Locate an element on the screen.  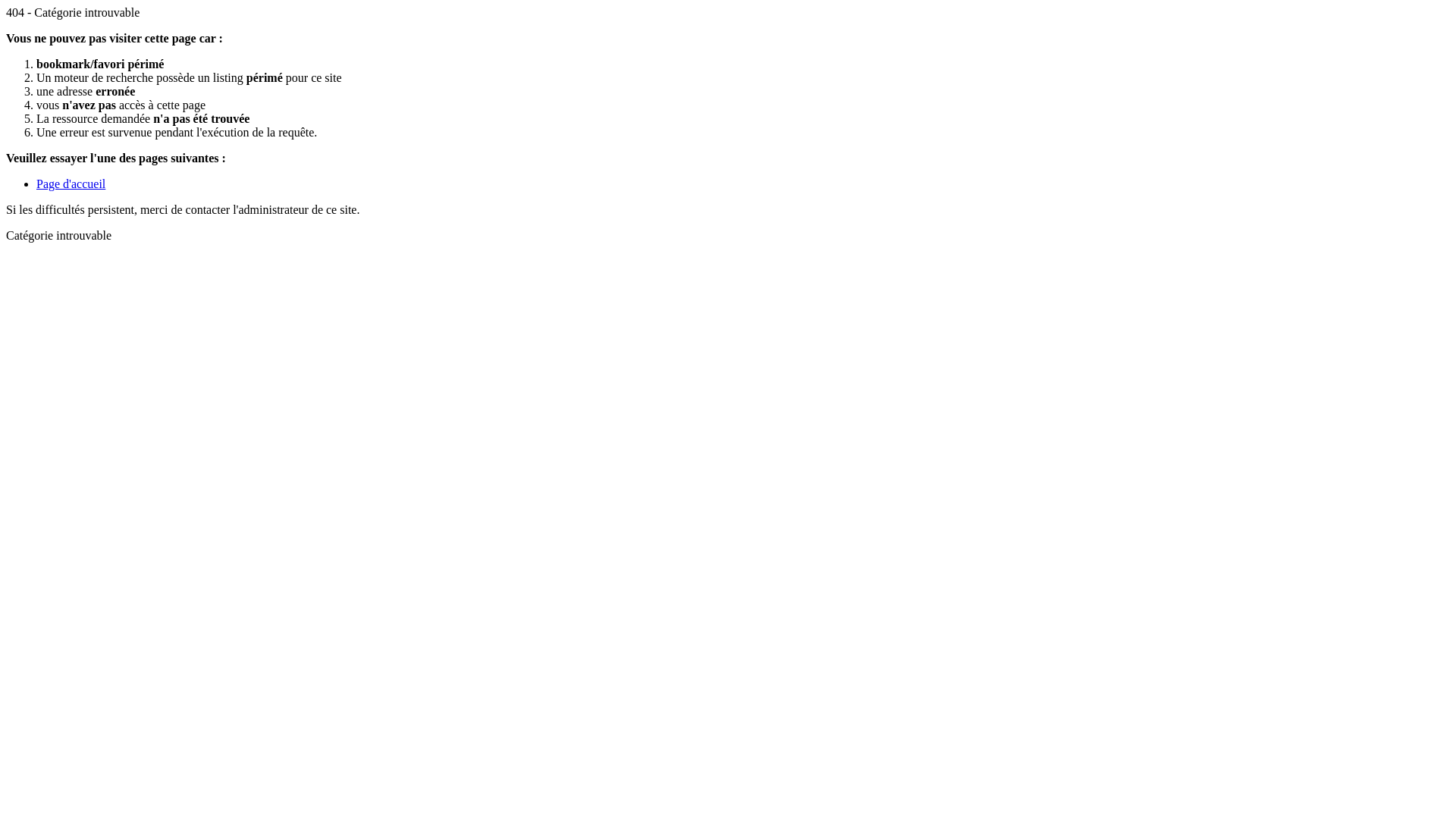
'Page d'accueil' is located at coordinates (70, 183).